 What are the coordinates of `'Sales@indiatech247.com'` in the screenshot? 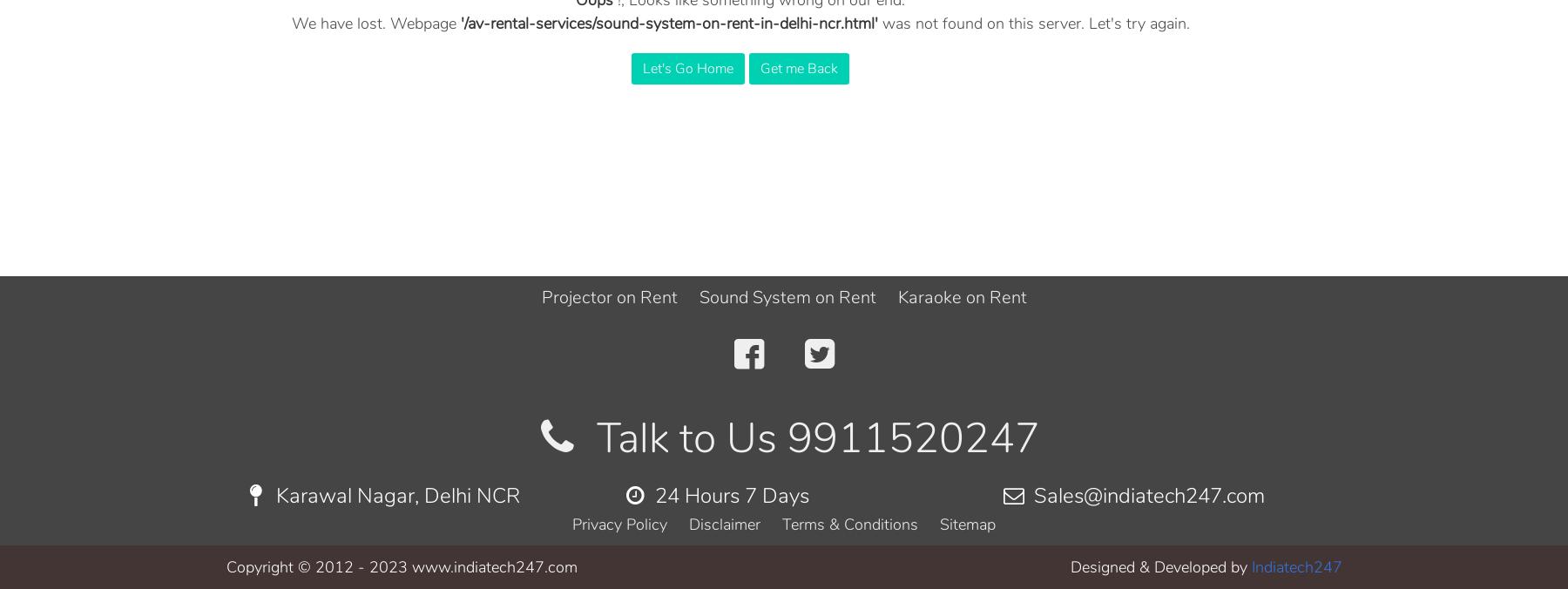 It's located at (1027, 494).